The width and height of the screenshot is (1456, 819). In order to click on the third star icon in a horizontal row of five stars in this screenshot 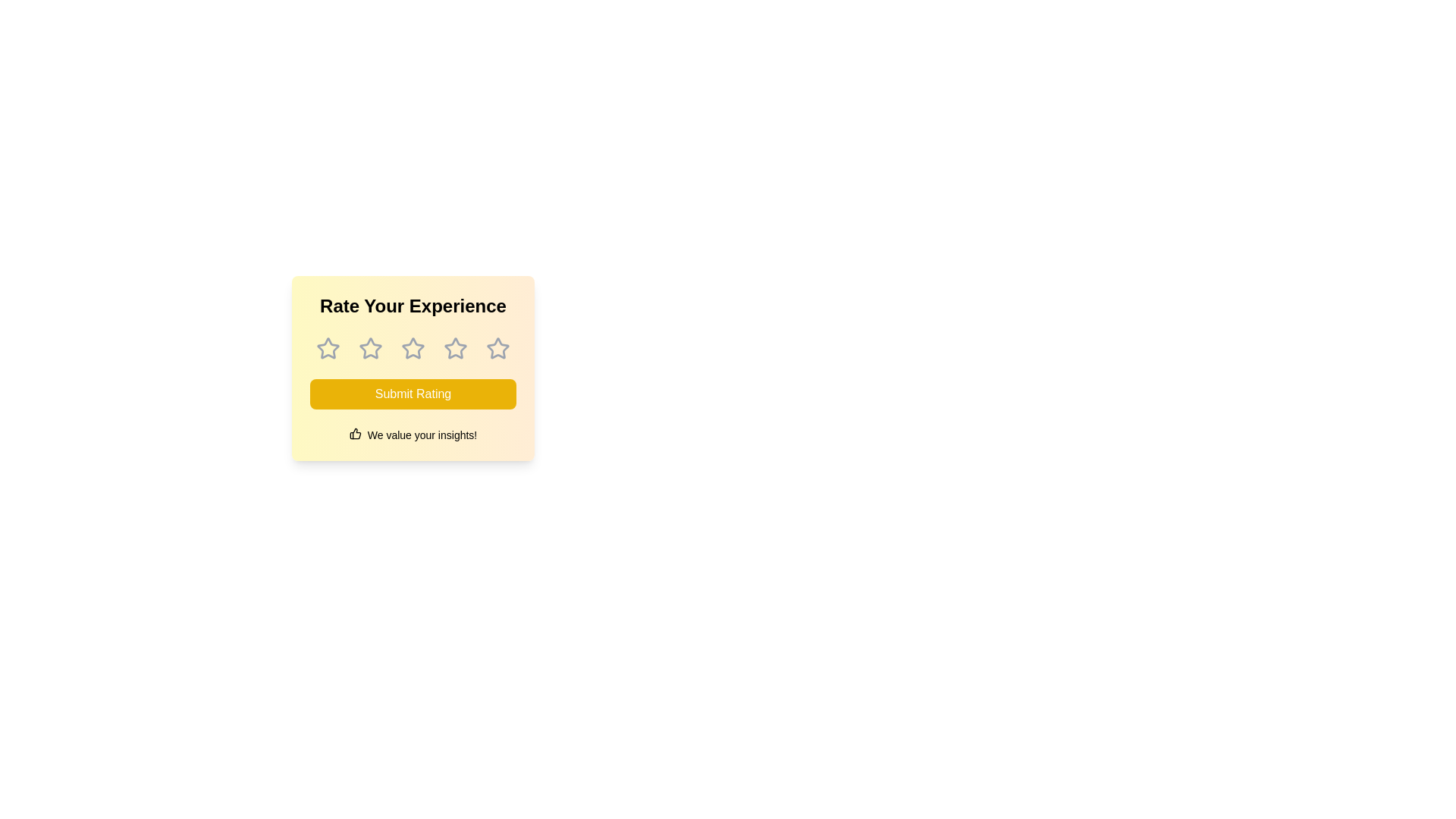, I will do `click(454, 348)`.